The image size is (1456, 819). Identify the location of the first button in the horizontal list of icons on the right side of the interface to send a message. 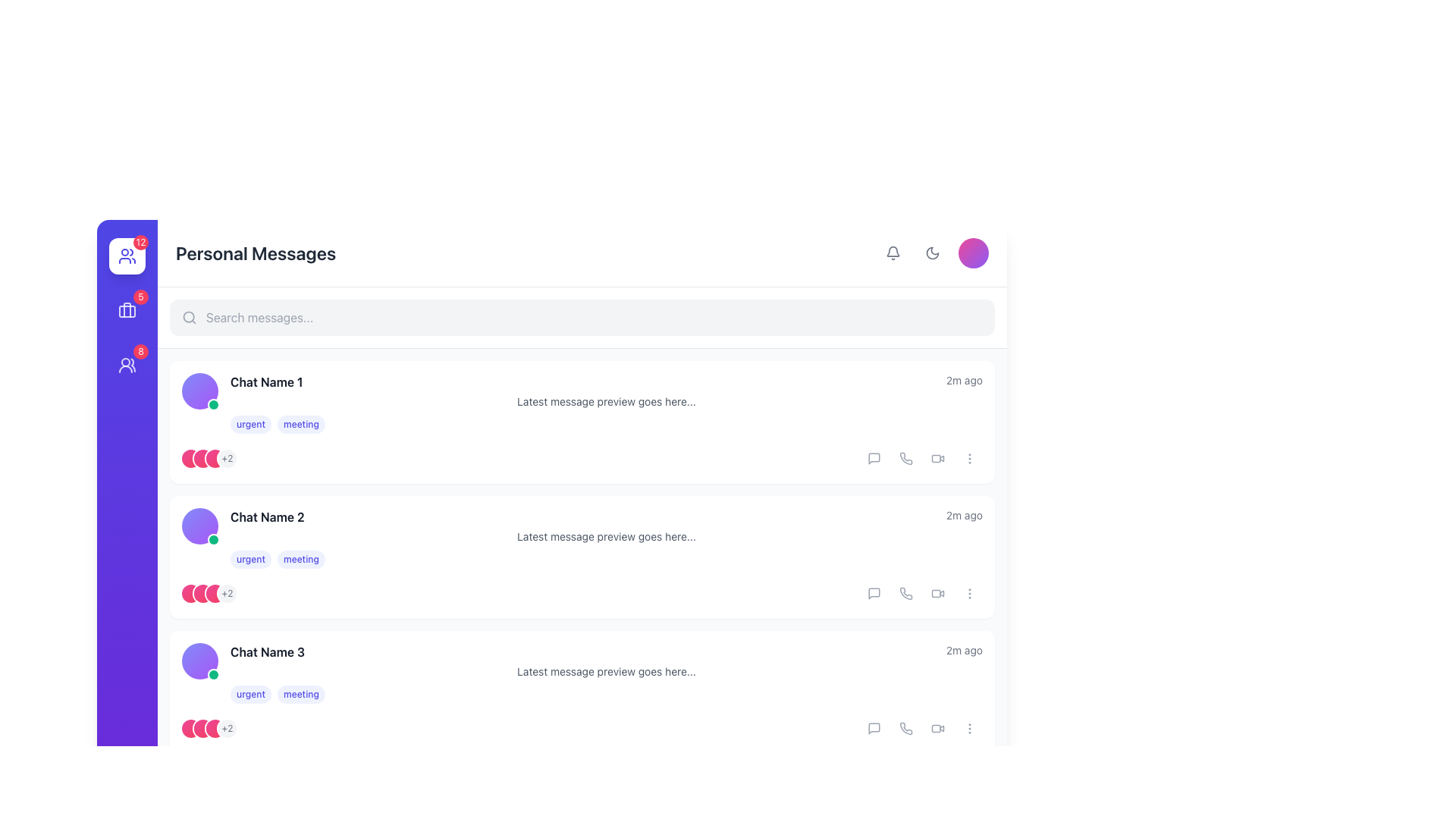
(874, 727).